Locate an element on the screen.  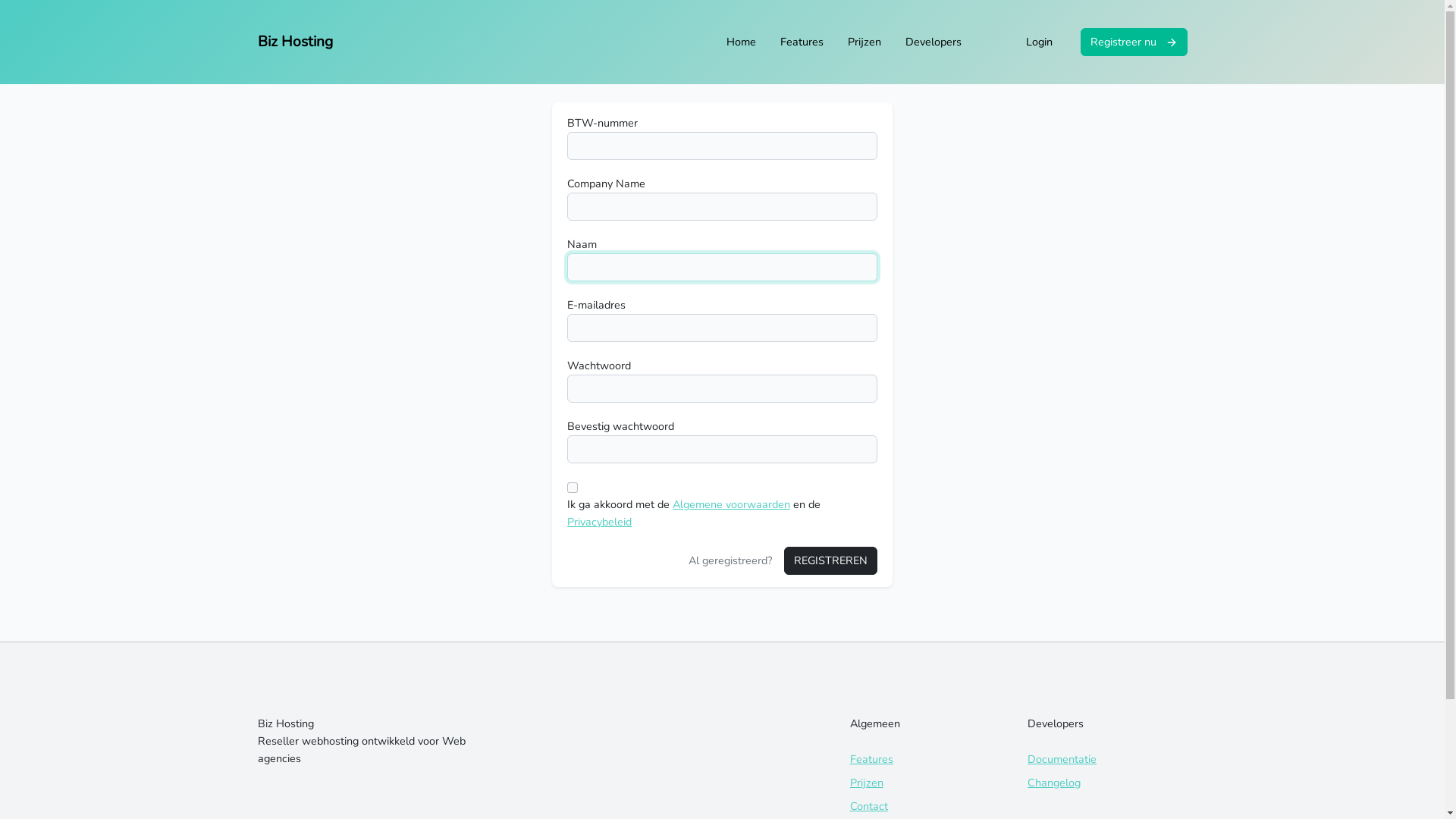
'Privacybeleid' is located at coordinates (598, 520).